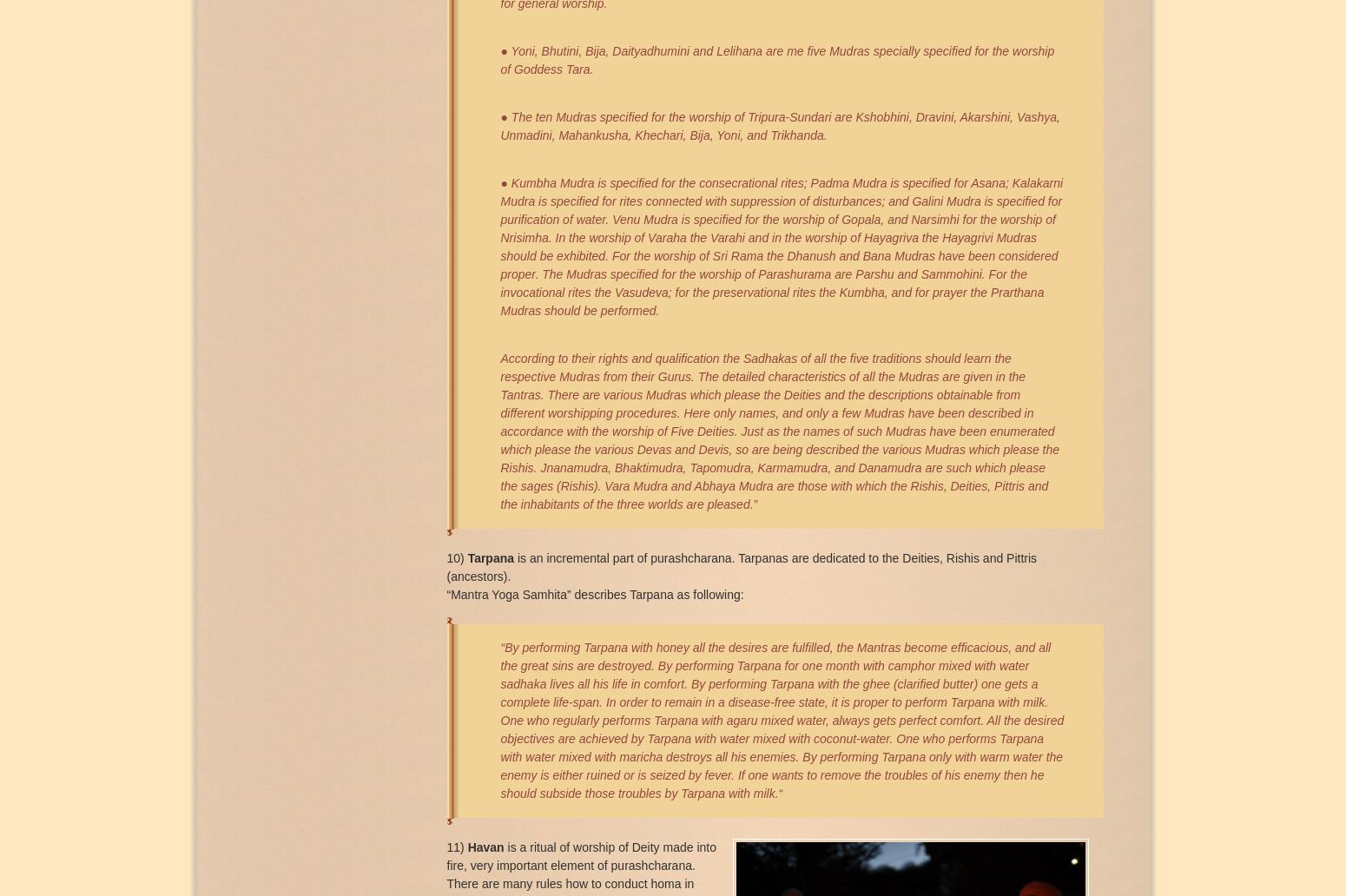  Describe the element at coordinates (780, 429) in the screenshot. I see `'According to their rights and qualiﬁcation the Sadhakas of all the ﬁve traditions should learn the respective Mudras from their Gurus. The detailed characteristics of all the Mudras are given in the Tantras. There are various Mudras which please the Deities and the descriptions obtainable from different worshipping procedures. Here only names, and only a few Mudras have been described in accordance with the worship of Five Deities. Just as the names of such Mudras have been enumerated which please the various Devas and Devis, so are being described the various Mudras which please the Rishis. Jnanamudra, Bhaktimudra, Tapomudra, Karmamudra, and Danamudra are such which please the sages (Rishis). Vara Mudra and Abhaya Mudra are those with which the Rishis, Deities, Pittris and the inhabitants of the three worlds are pleased.”'` at that location.